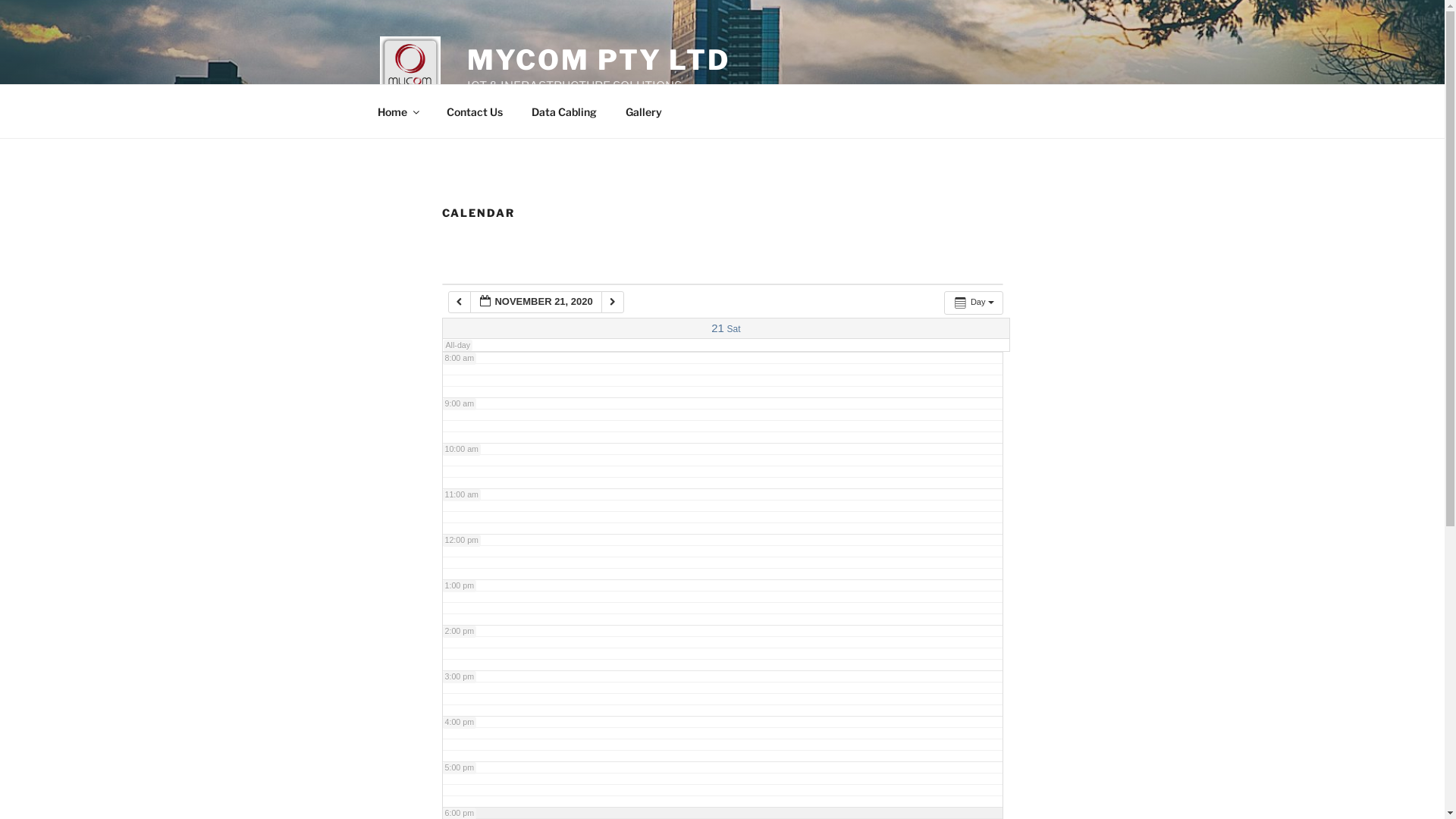 This screenshot has height=819, width=1456. Describe the element at coordinates (563, 110) in the screenshot. I see `'Data Cabling'` at that location.